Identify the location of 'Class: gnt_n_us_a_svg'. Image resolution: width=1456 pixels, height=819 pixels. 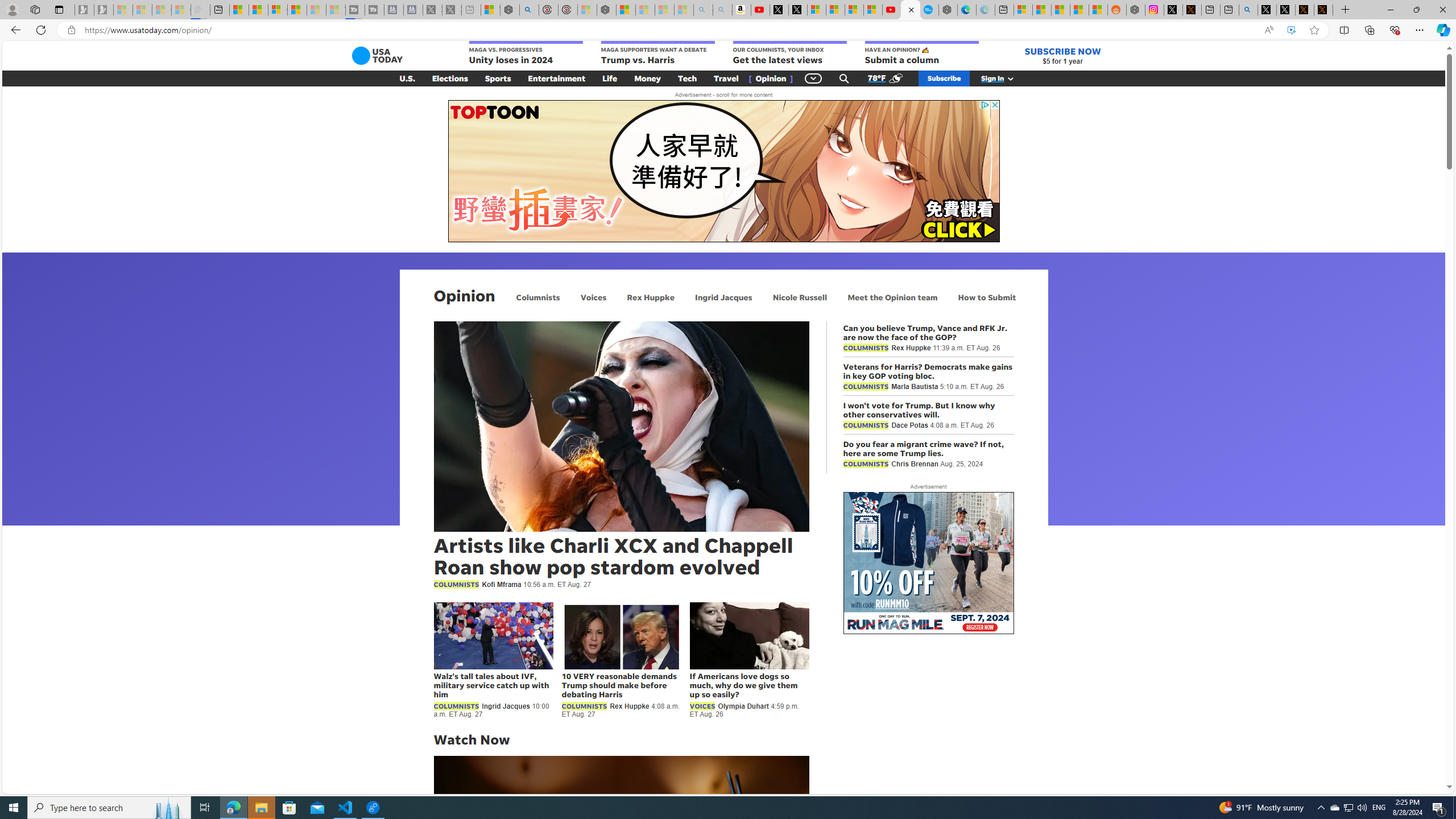
(1008, 78).